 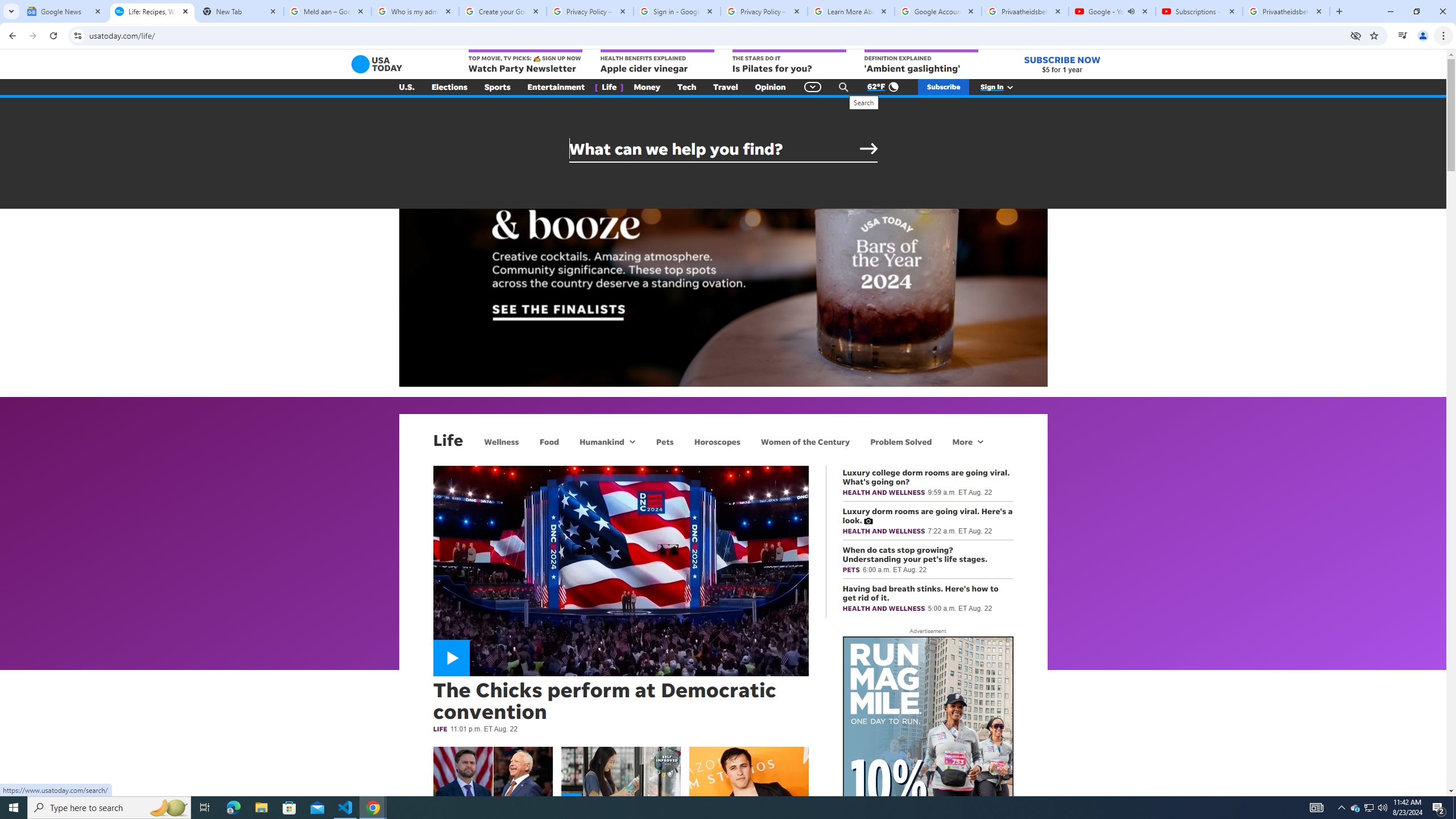 I want to click on 'Life: Recipes, Wellness & Horoscopes - USA TODAY', so click(x=151, y=11).